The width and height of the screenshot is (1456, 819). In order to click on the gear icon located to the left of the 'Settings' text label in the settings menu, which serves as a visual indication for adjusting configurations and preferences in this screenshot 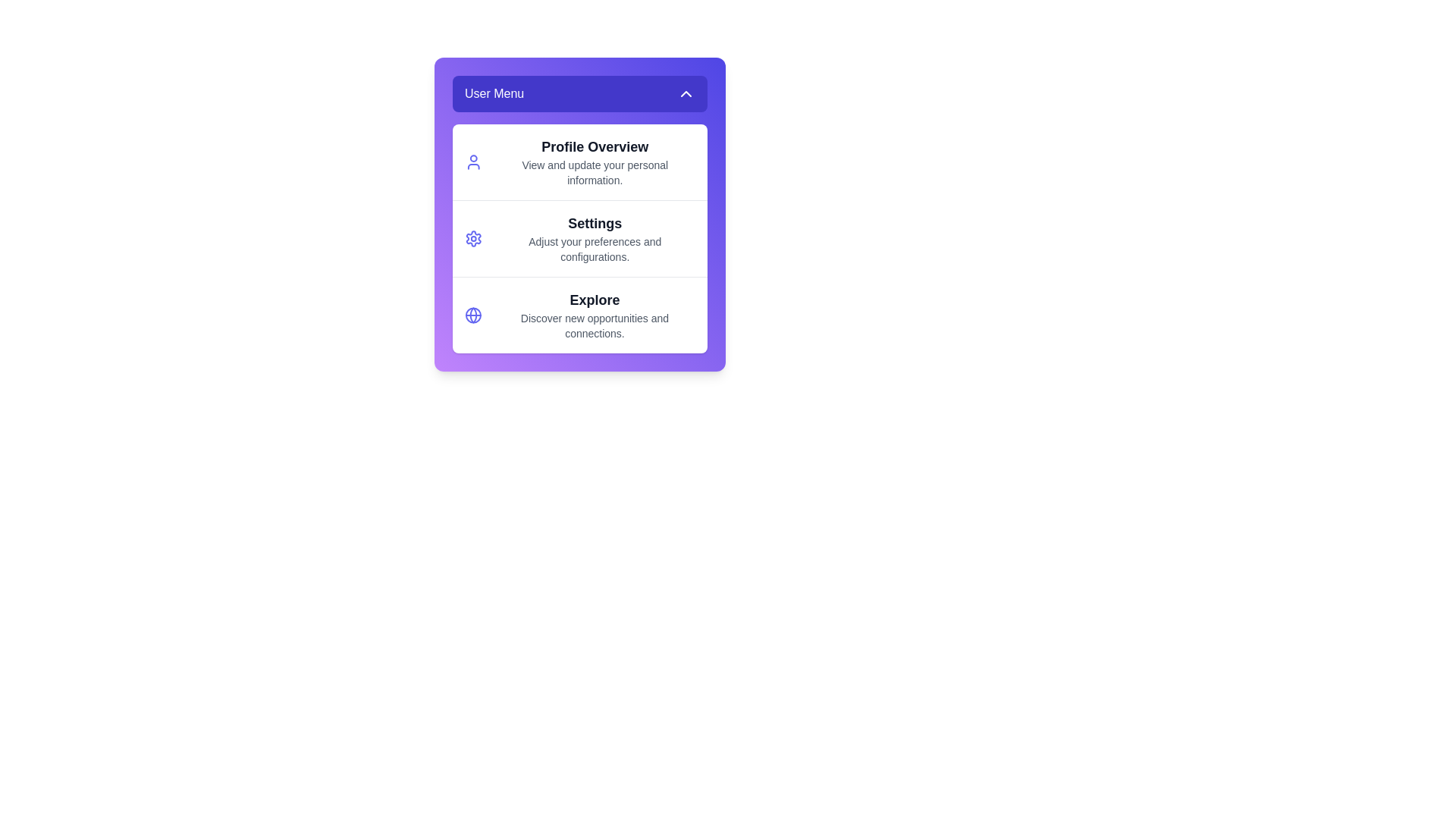, I will do `click(472, 239)`.